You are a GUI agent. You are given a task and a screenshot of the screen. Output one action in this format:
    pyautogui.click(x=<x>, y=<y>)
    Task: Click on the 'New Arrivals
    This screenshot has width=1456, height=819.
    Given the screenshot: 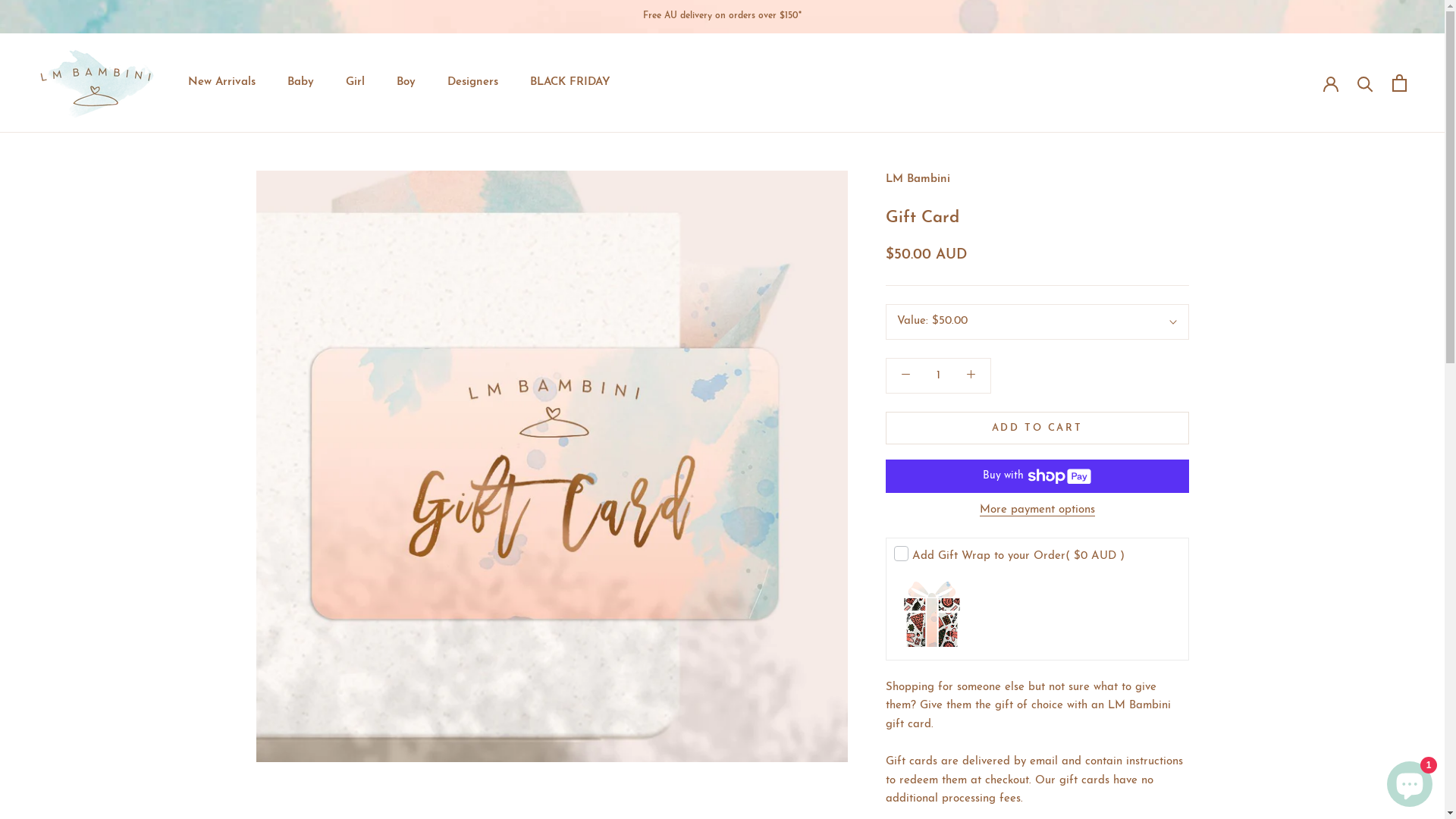 What is the action you would take?
    pyautogui.click(x=221, y=82)
    